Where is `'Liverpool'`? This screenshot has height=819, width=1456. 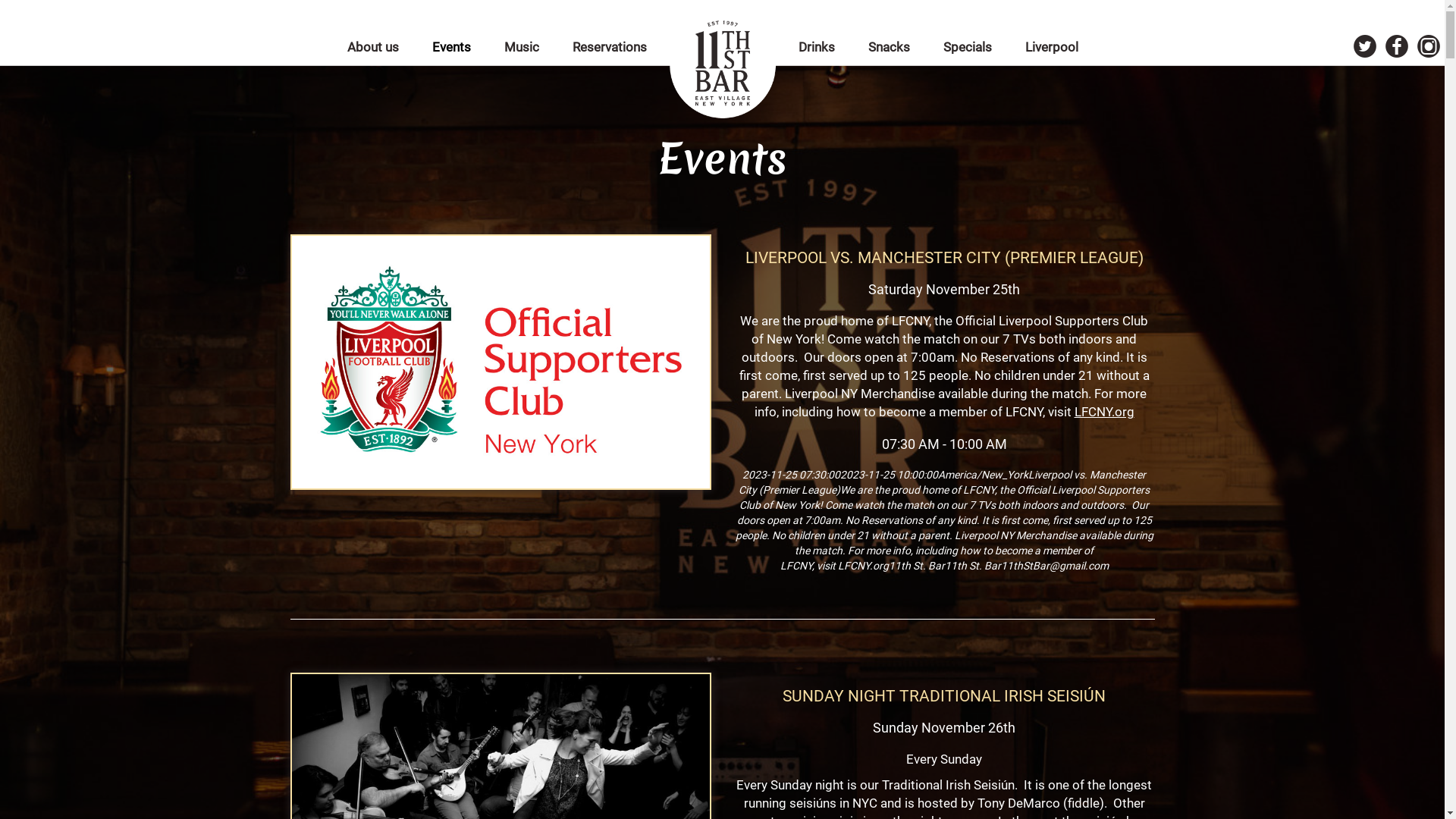
'Liverpool' is located at coordinates (1051, 45).